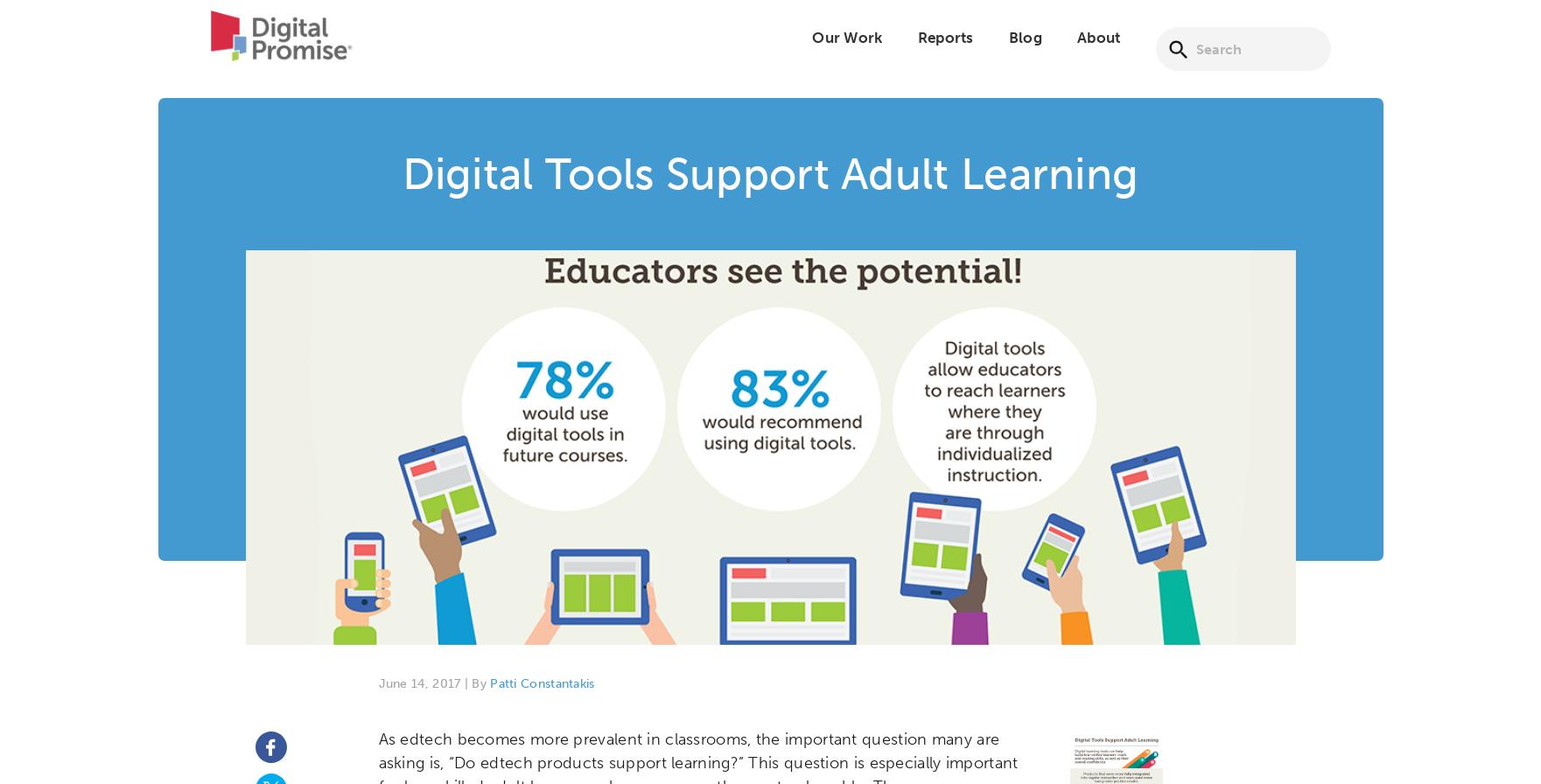 Image resolution: width=1541 pixels, height=784 pixels. I want to click on 'Patti Constantakis', so click(542, 683).